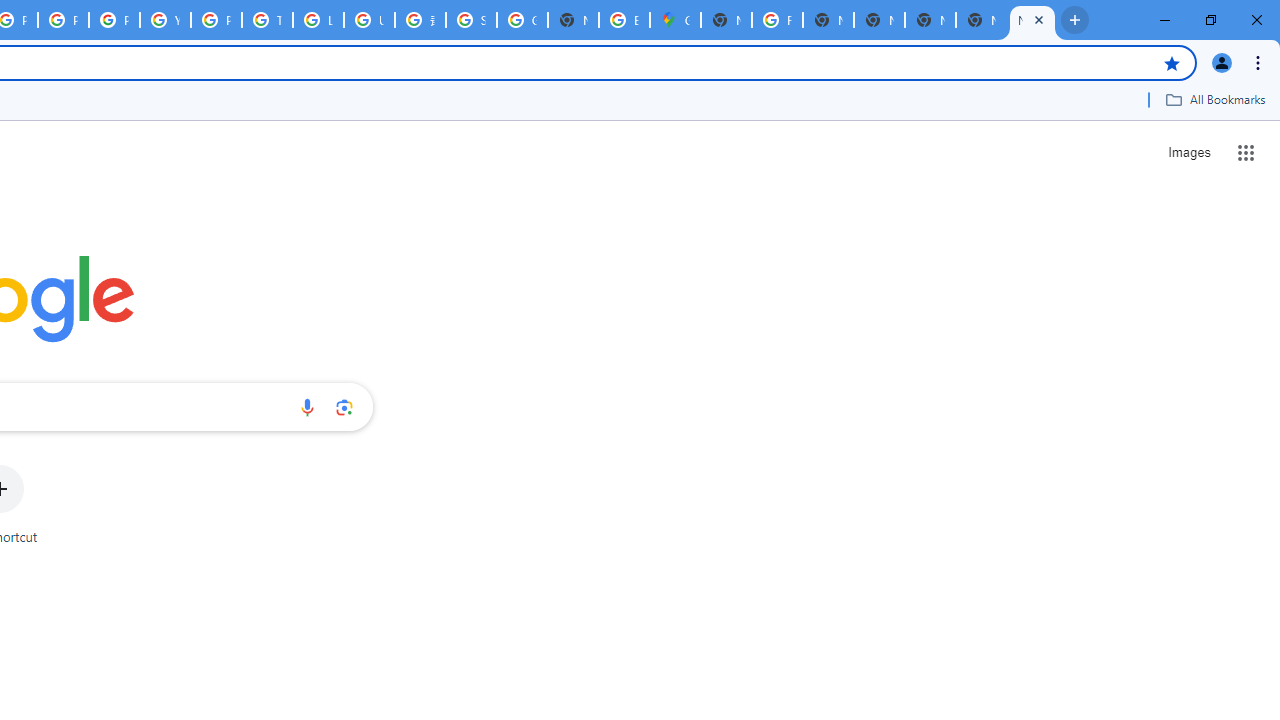  Describe the element at coordinates (470, 20) in the screenshot. I see `'Sign in - Google Accounts'` at that location.